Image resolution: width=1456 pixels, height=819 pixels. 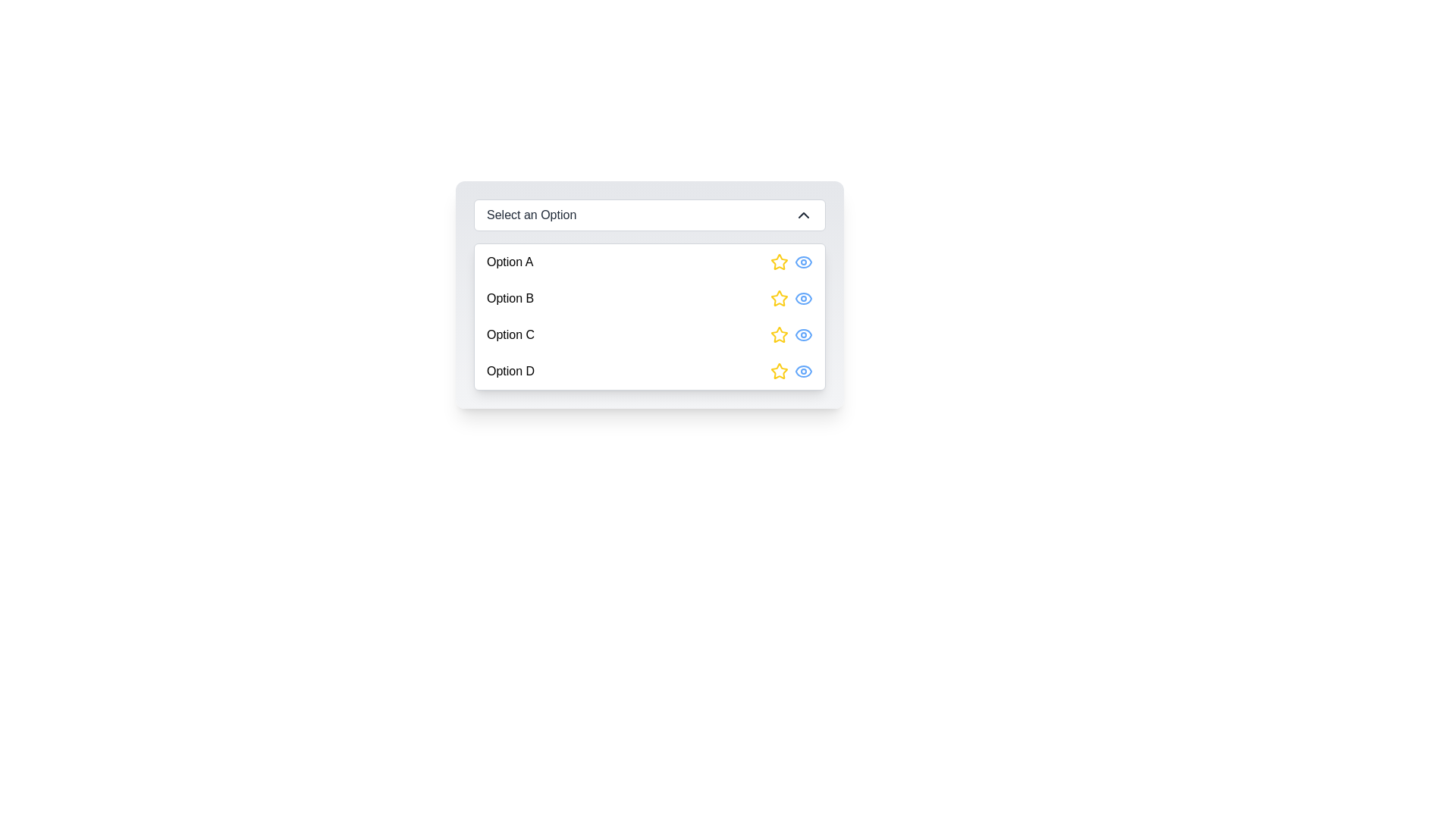 I want to click on the yellow star icon with a hollow center, located next to 'Option B', so click(x=779, y=298).